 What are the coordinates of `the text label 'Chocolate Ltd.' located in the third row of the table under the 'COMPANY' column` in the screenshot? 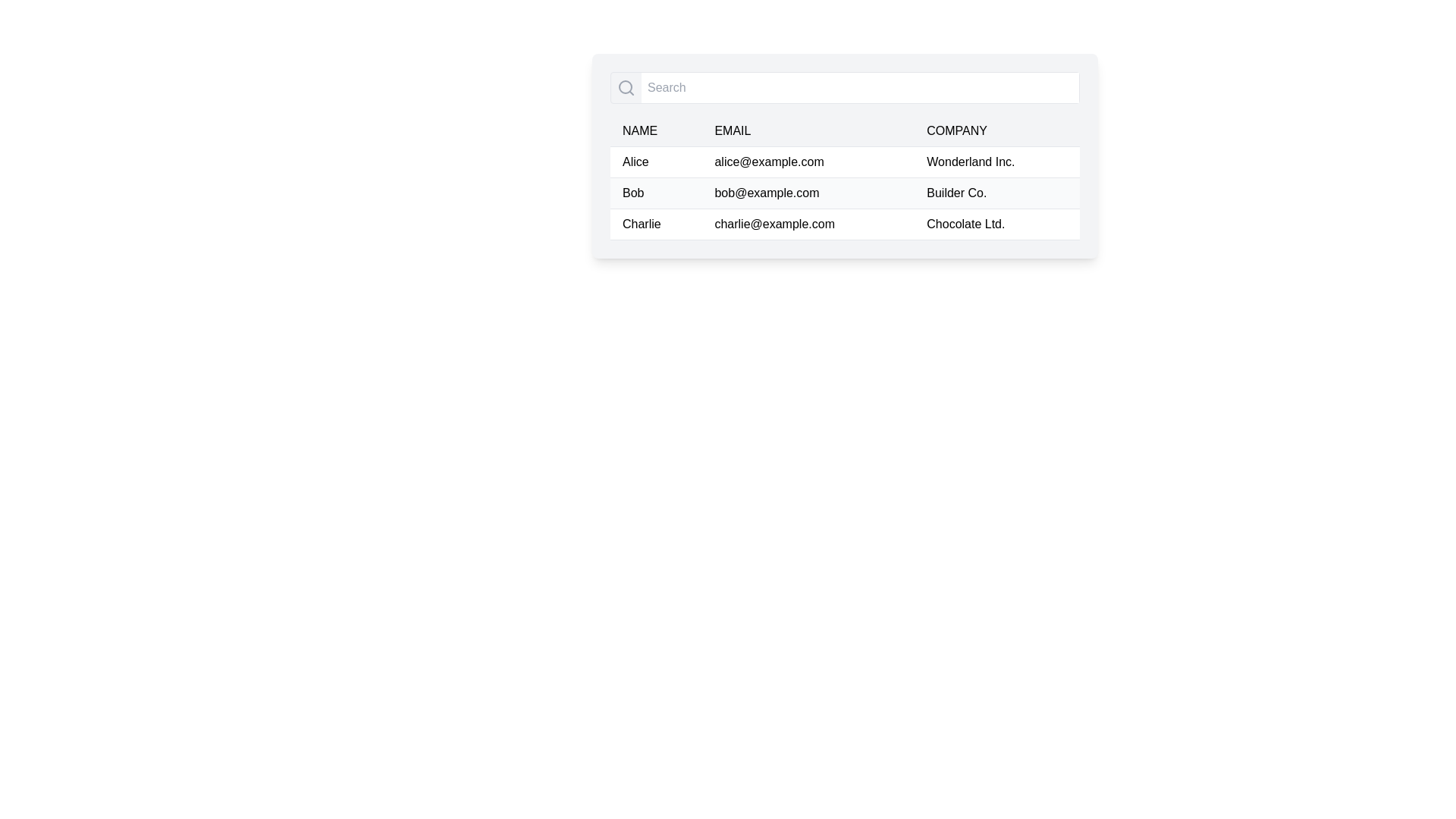 It's located at (997, 224).